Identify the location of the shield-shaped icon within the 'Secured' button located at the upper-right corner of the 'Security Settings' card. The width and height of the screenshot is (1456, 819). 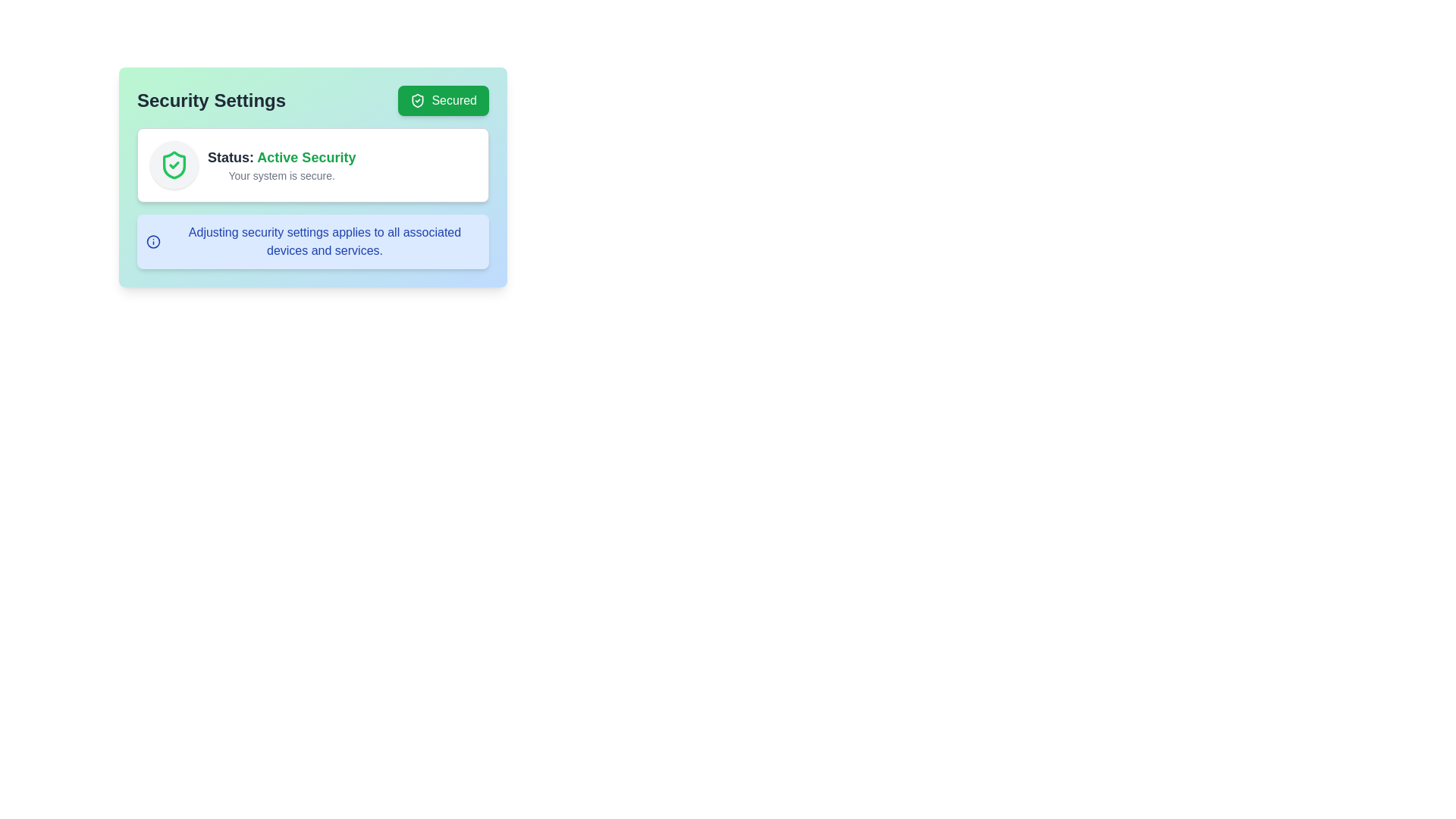
(418, 100).